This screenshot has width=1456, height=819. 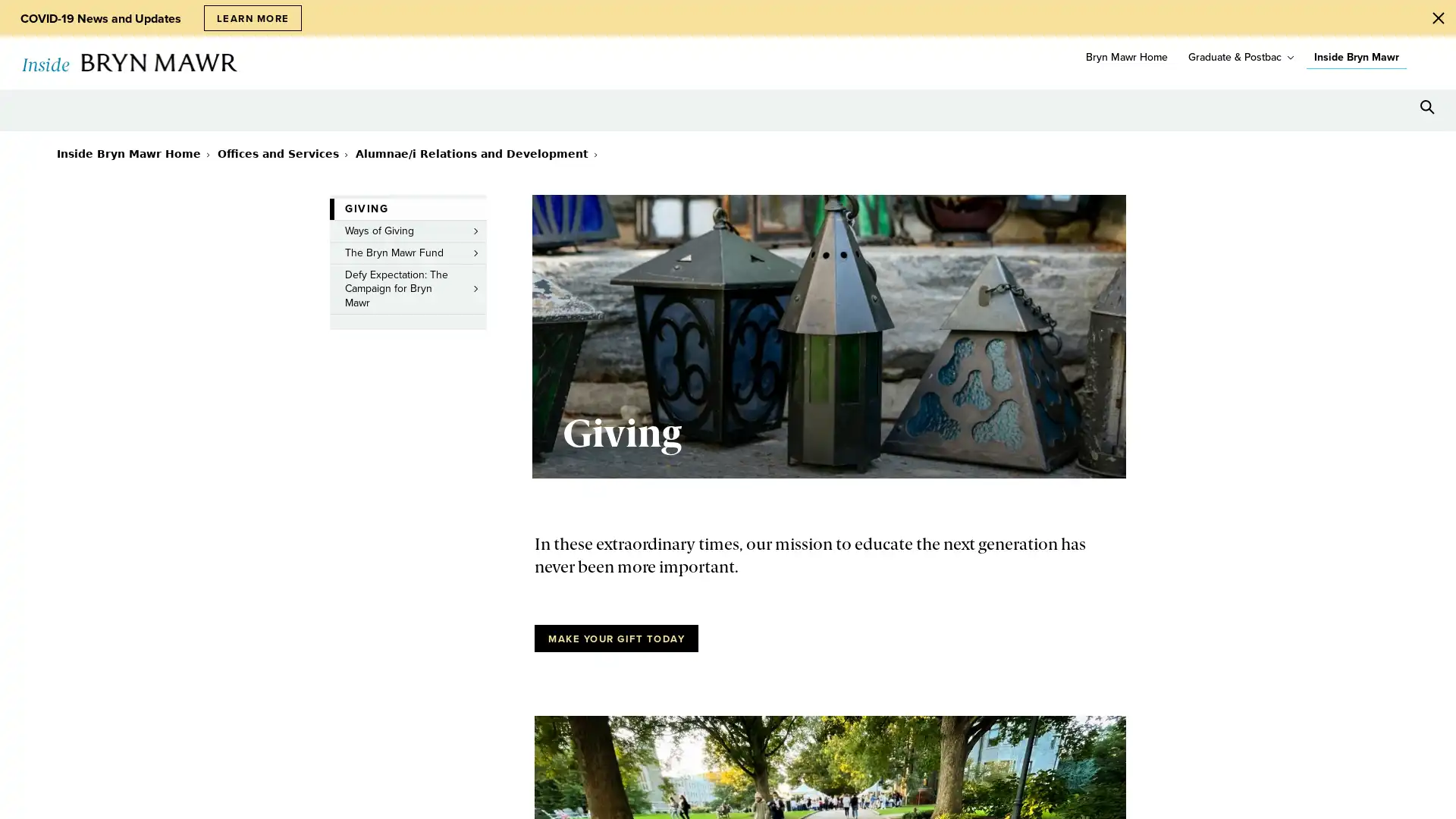 What do you see at coordinates (1314, 105) in the screenshot?
I see `Open Location menu` at bounding box center [1314, 105].